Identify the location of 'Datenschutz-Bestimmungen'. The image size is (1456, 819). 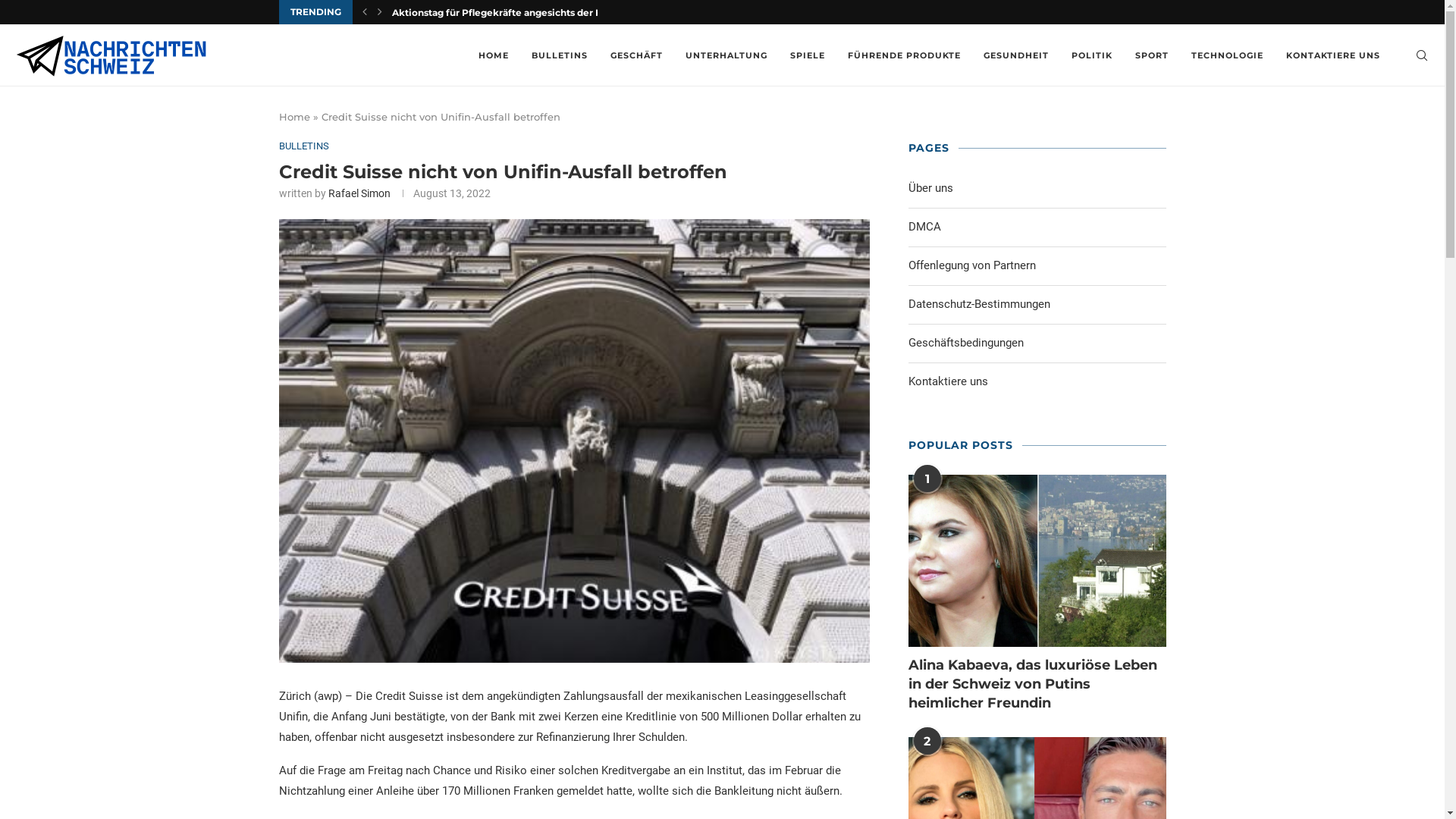
(979, 304).